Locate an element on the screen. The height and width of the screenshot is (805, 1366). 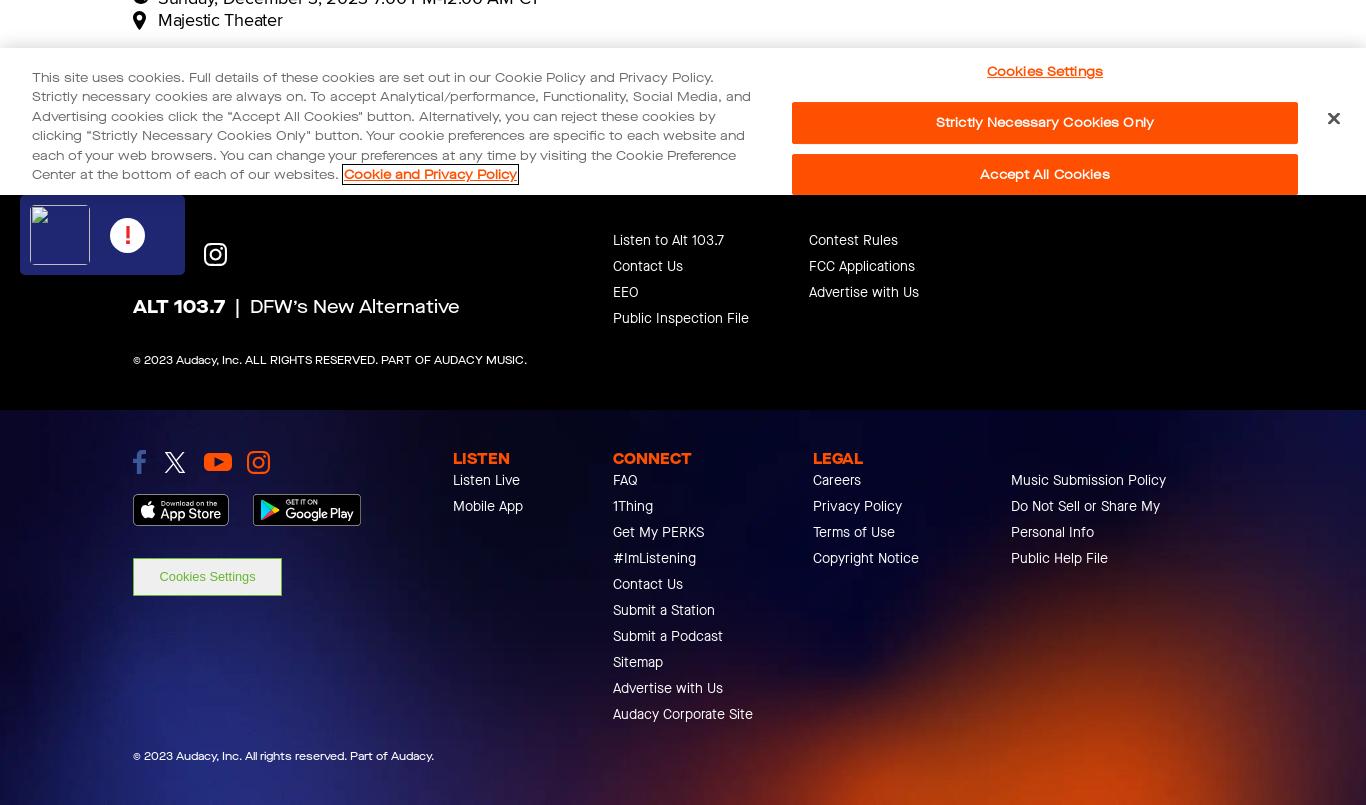
'EEO' is located at coordinates (612, 291).